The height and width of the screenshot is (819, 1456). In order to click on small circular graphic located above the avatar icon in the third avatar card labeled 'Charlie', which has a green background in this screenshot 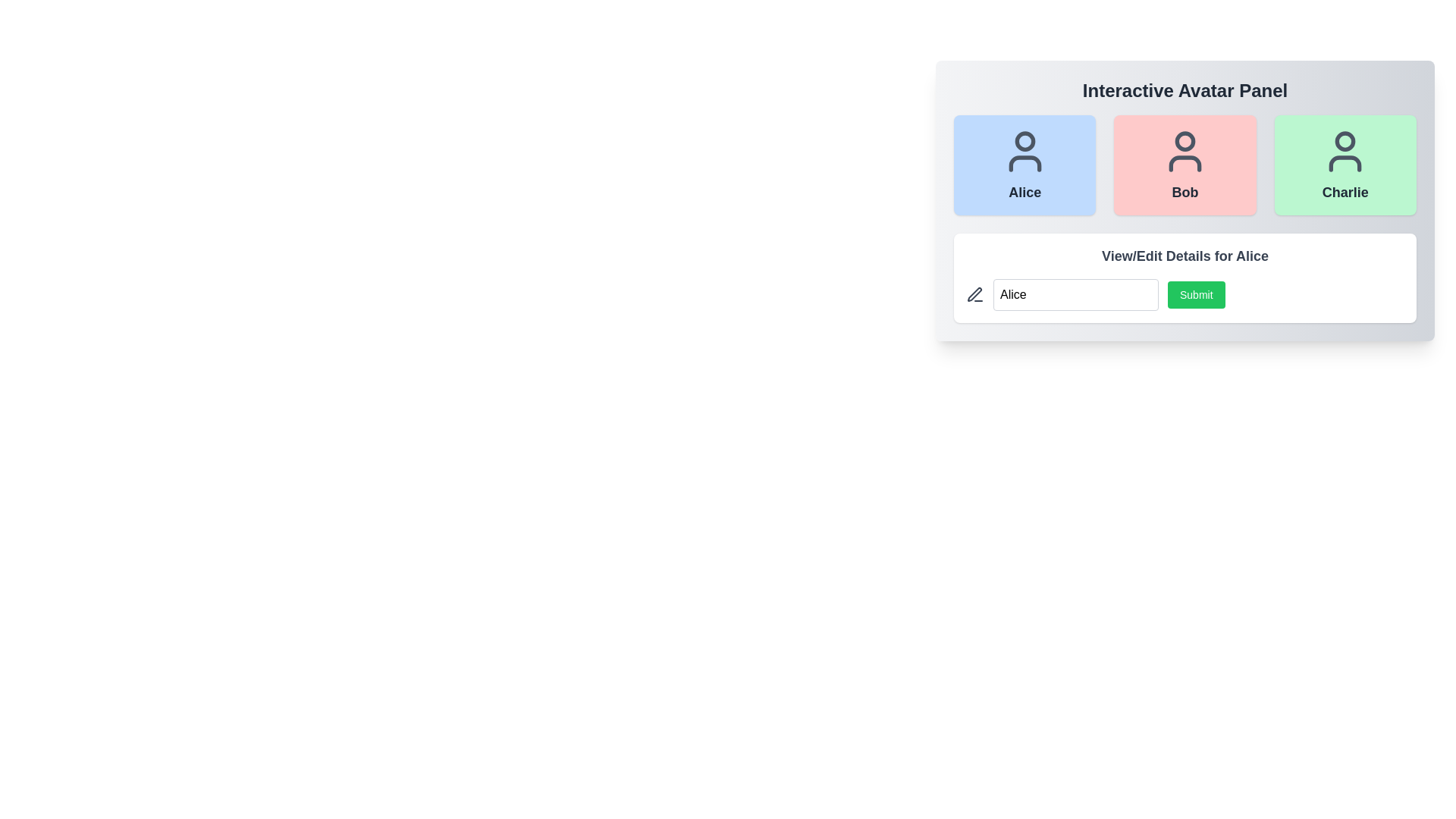, I will do `click(1345, 141)`.